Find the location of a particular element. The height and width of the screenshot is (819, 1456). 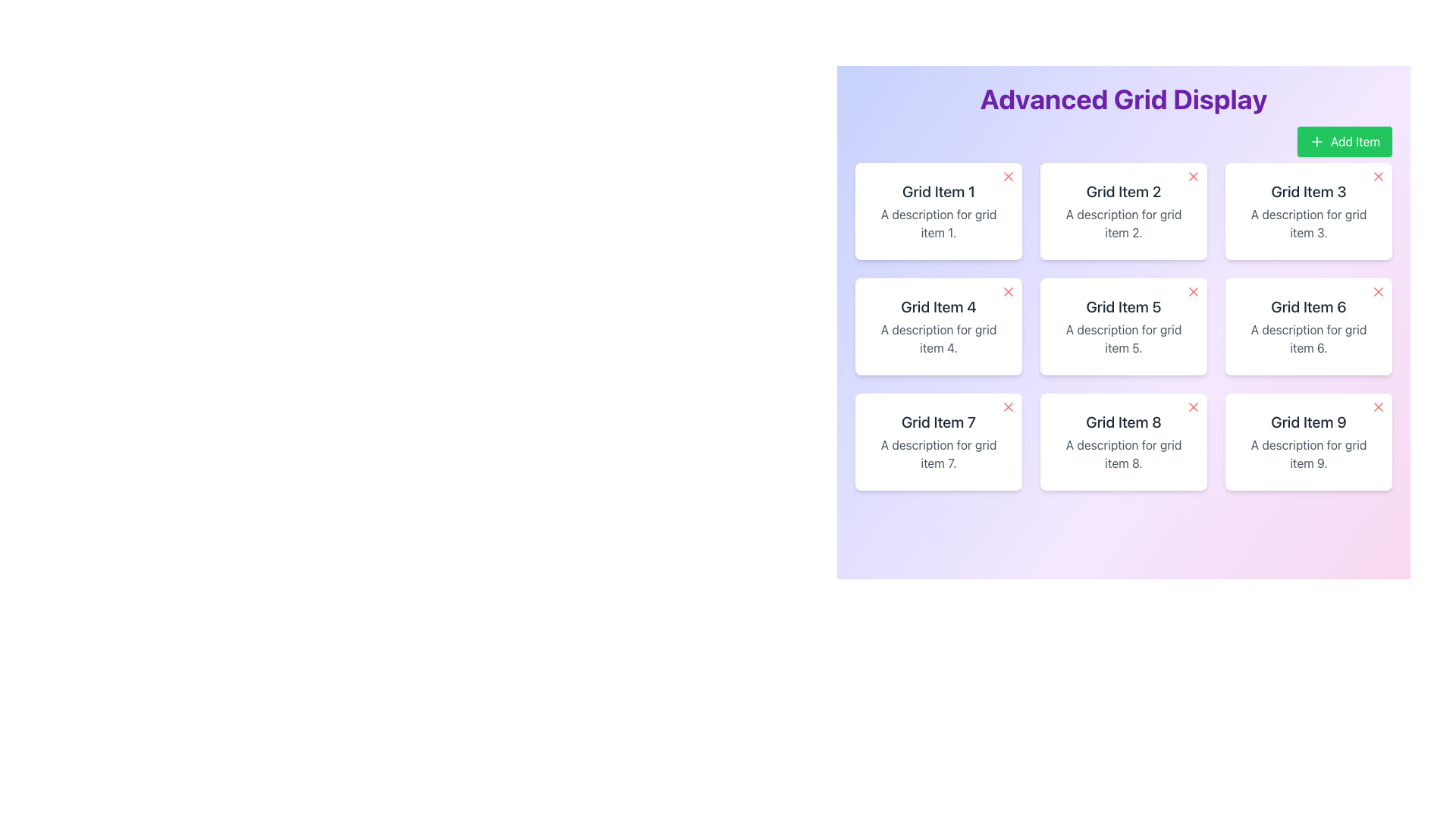

the cross icon representing a close action located within the close button area of 'Grid Item 8' is located at coordinates (1193, 406).